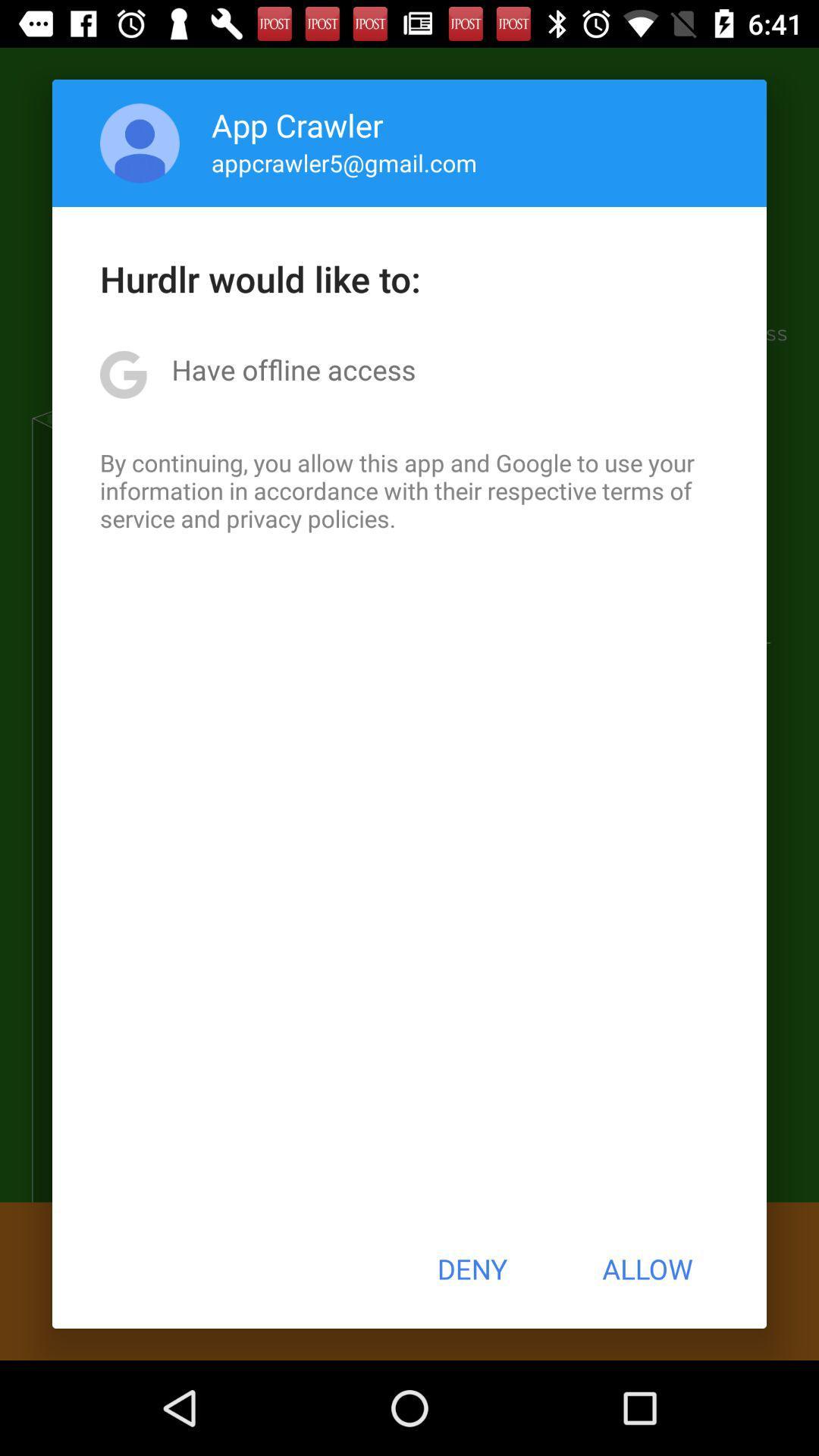 Image resolution: width=819 pixels, height=1456 pixels. What do you see at coordinates (471, 1269) in the screenshot?
I see `the item below by continuing you icon` at bounding box center [471, 1269].